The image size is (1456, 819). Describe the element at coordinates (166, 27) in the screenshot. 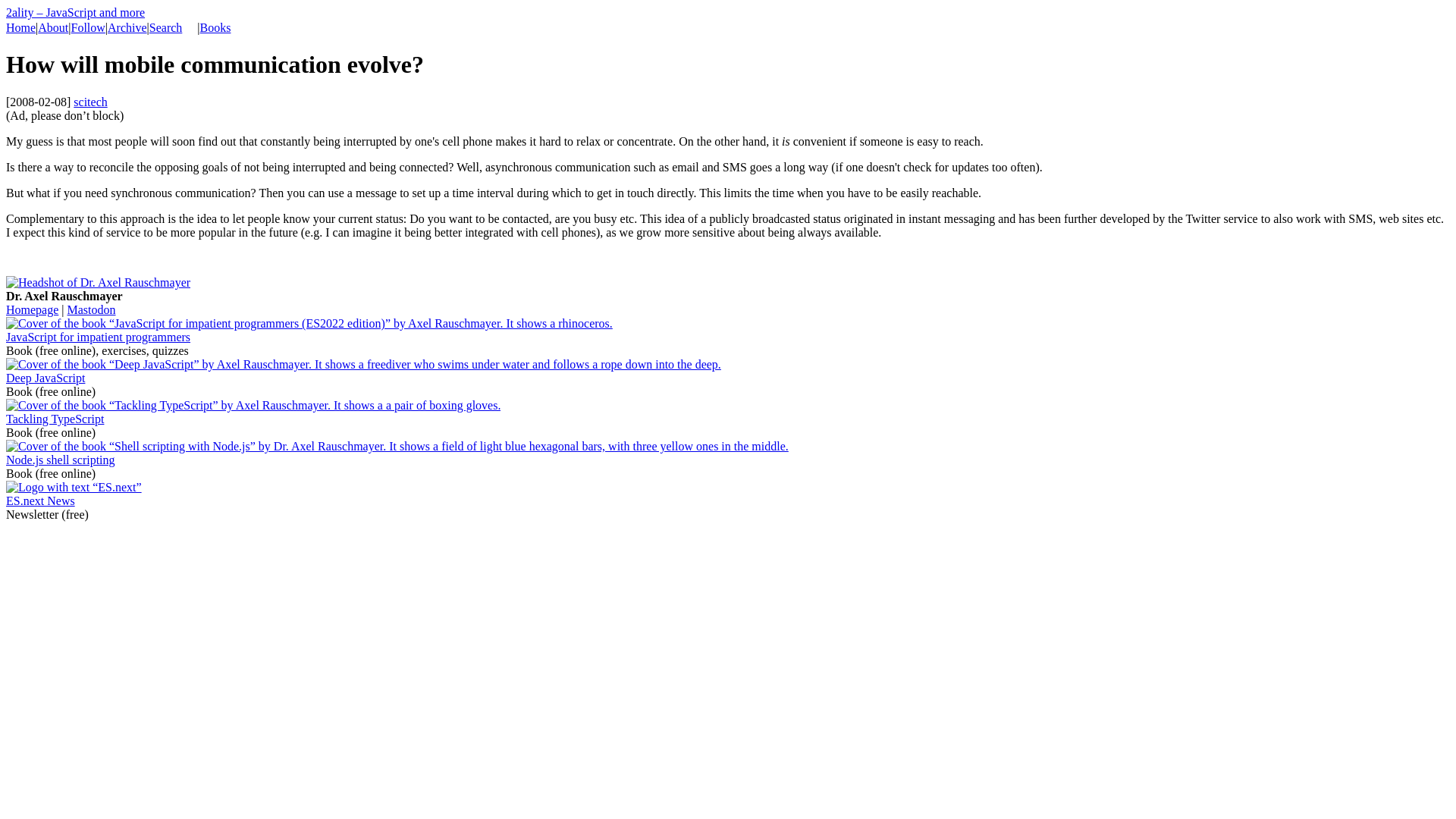

I see `'Search'` at that location.